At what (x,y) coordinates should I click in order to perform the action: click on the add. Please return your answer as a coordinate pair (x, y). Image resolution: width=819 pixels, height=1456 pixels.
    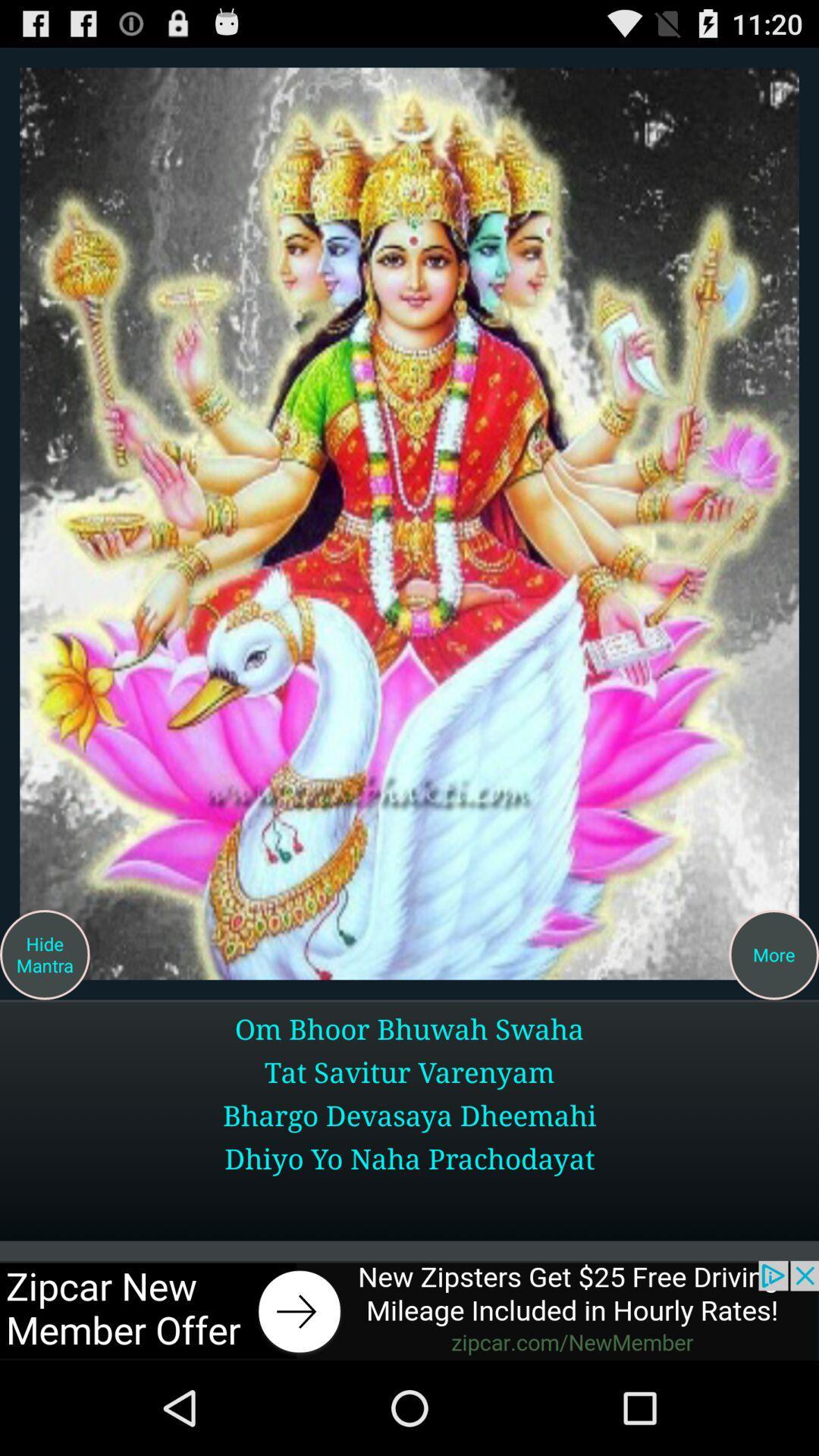
    Looking at the image, I should click on (409, 1310).